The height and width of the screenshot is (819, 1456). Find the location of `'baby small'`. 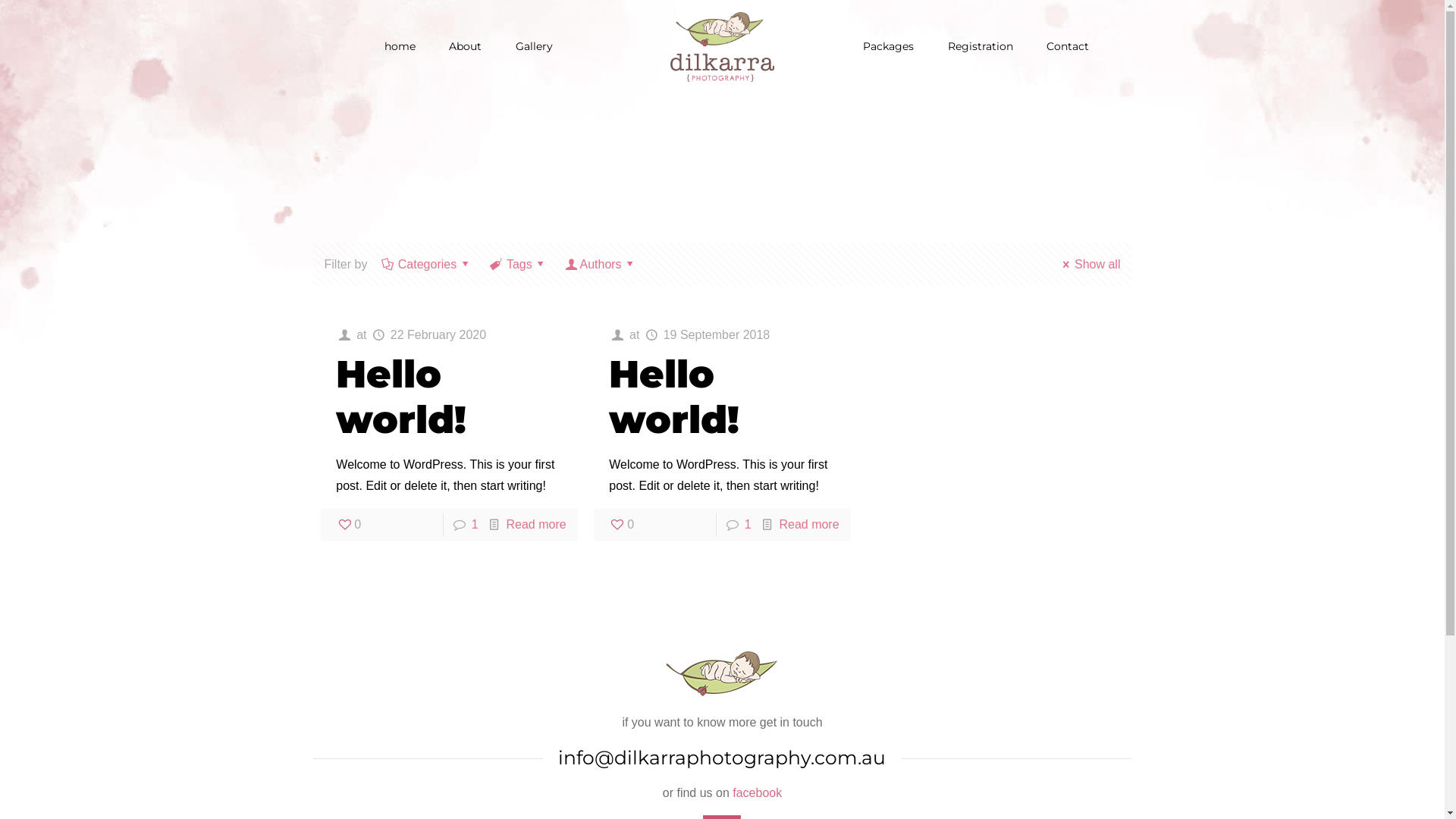

'baby small' is located at coordinates (665, 673).